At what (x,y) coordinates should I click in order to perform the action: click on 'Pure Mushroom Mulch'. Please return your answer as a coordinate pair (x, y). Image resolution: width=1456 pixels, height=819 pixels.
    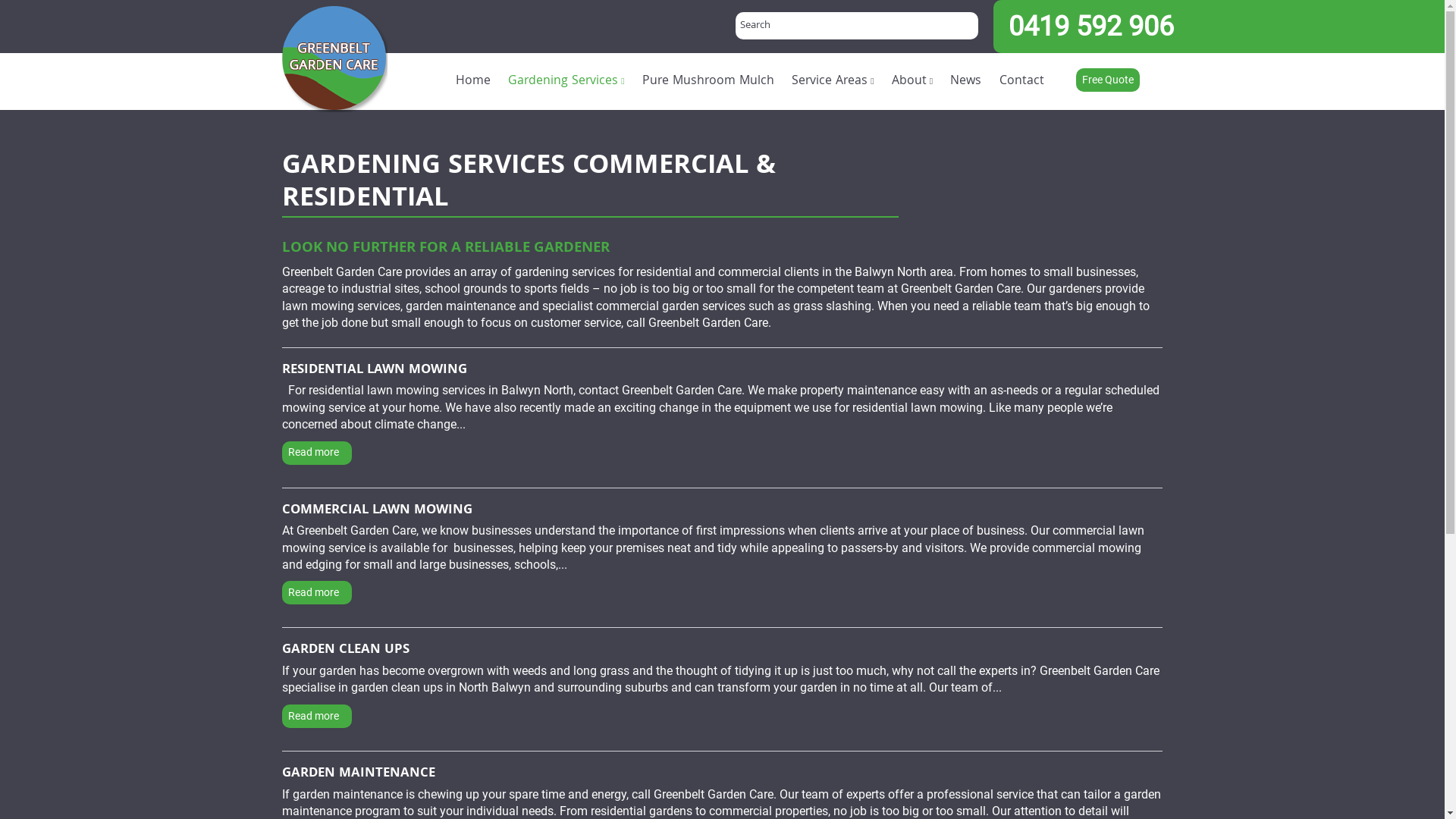
    Looking at the image, I should click on (707, 81).